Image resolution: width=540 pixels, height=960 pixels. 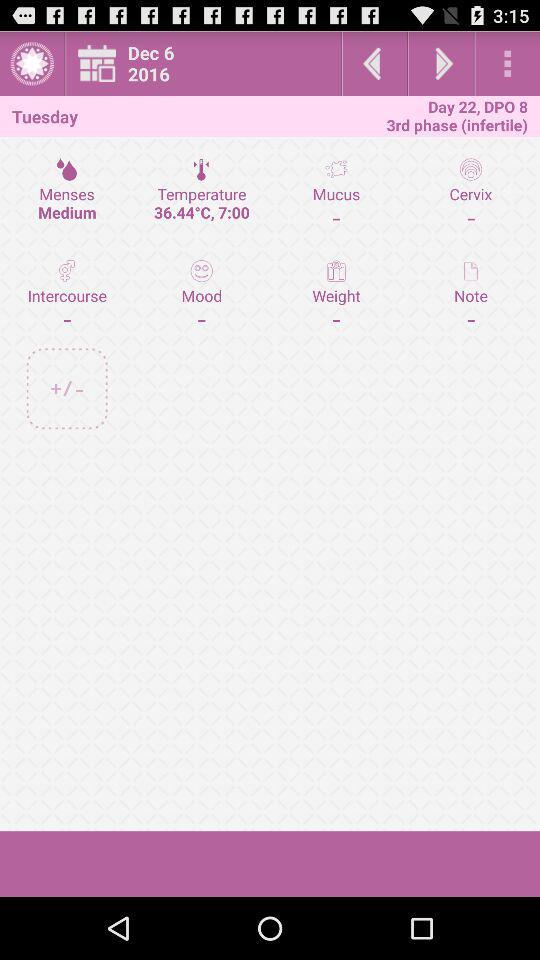 What do you see at coordinates (31, 63) in the screenshot?
I see `menu` at bounding box center [31, 63].